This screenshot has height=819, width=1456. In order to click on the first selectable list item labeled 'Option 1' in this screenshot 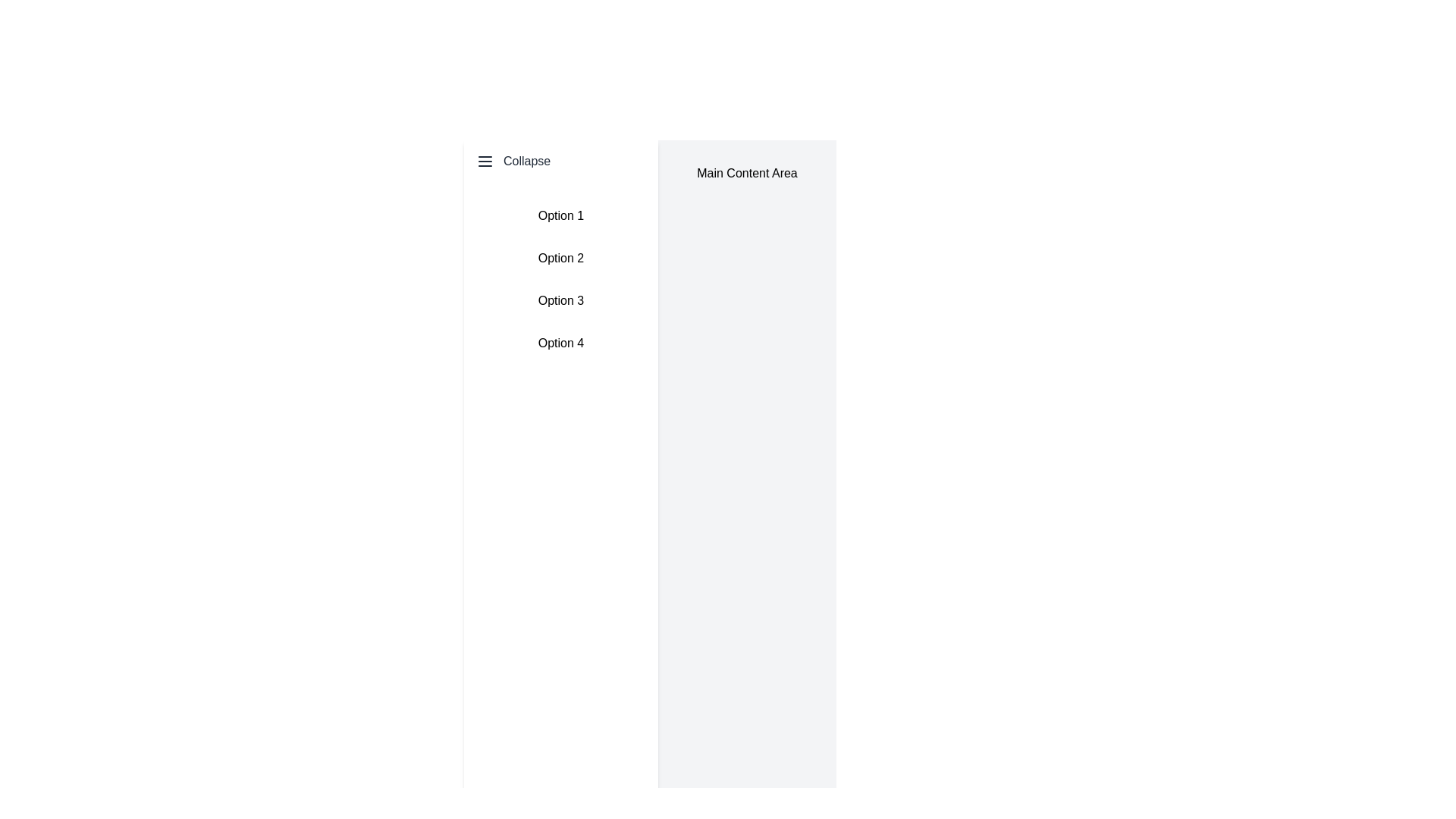, I will do `click(560, 216)`.